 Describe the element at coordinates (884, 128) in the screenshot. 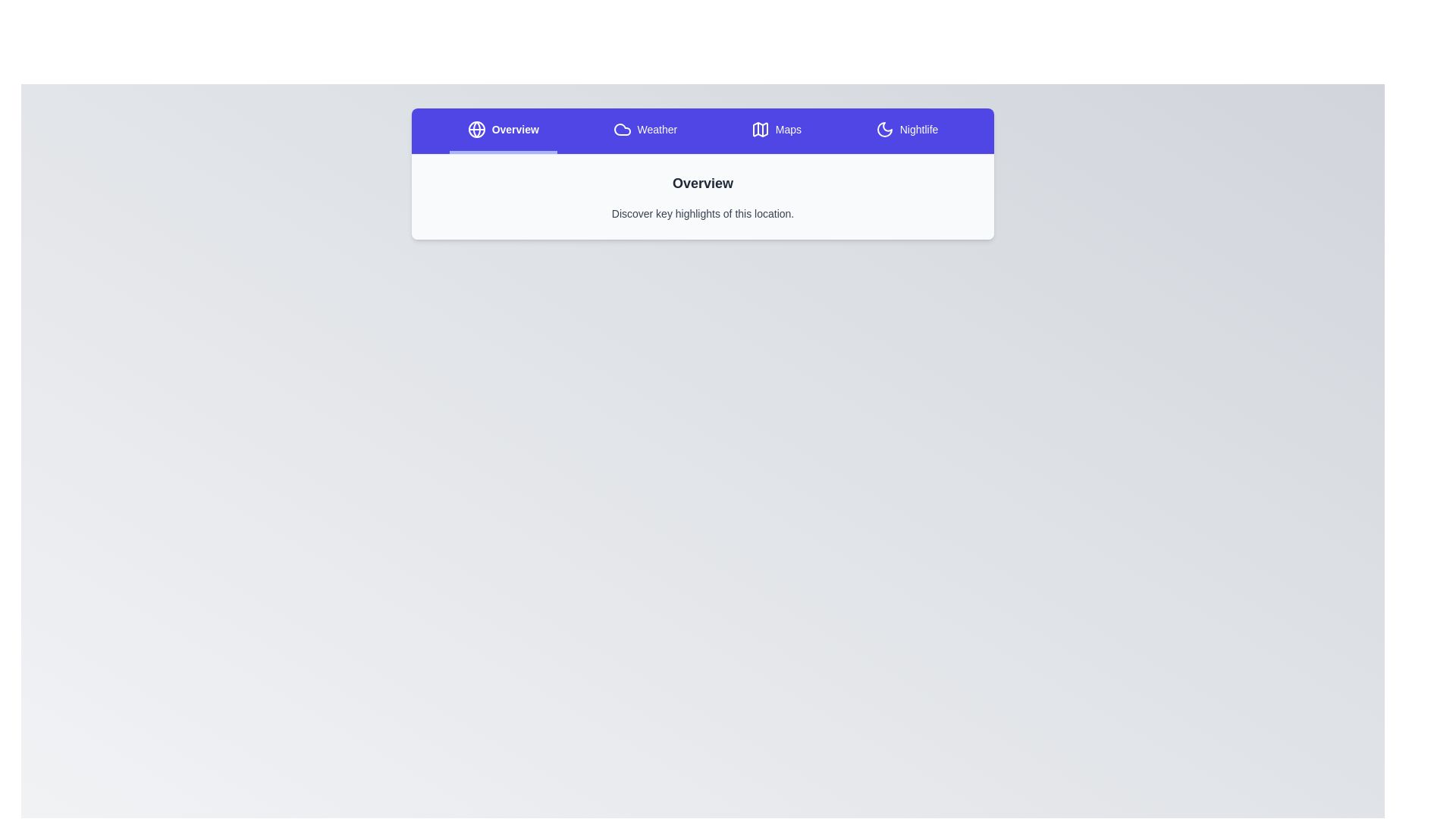

I see `the icon of the Nightlife tab` at that location.